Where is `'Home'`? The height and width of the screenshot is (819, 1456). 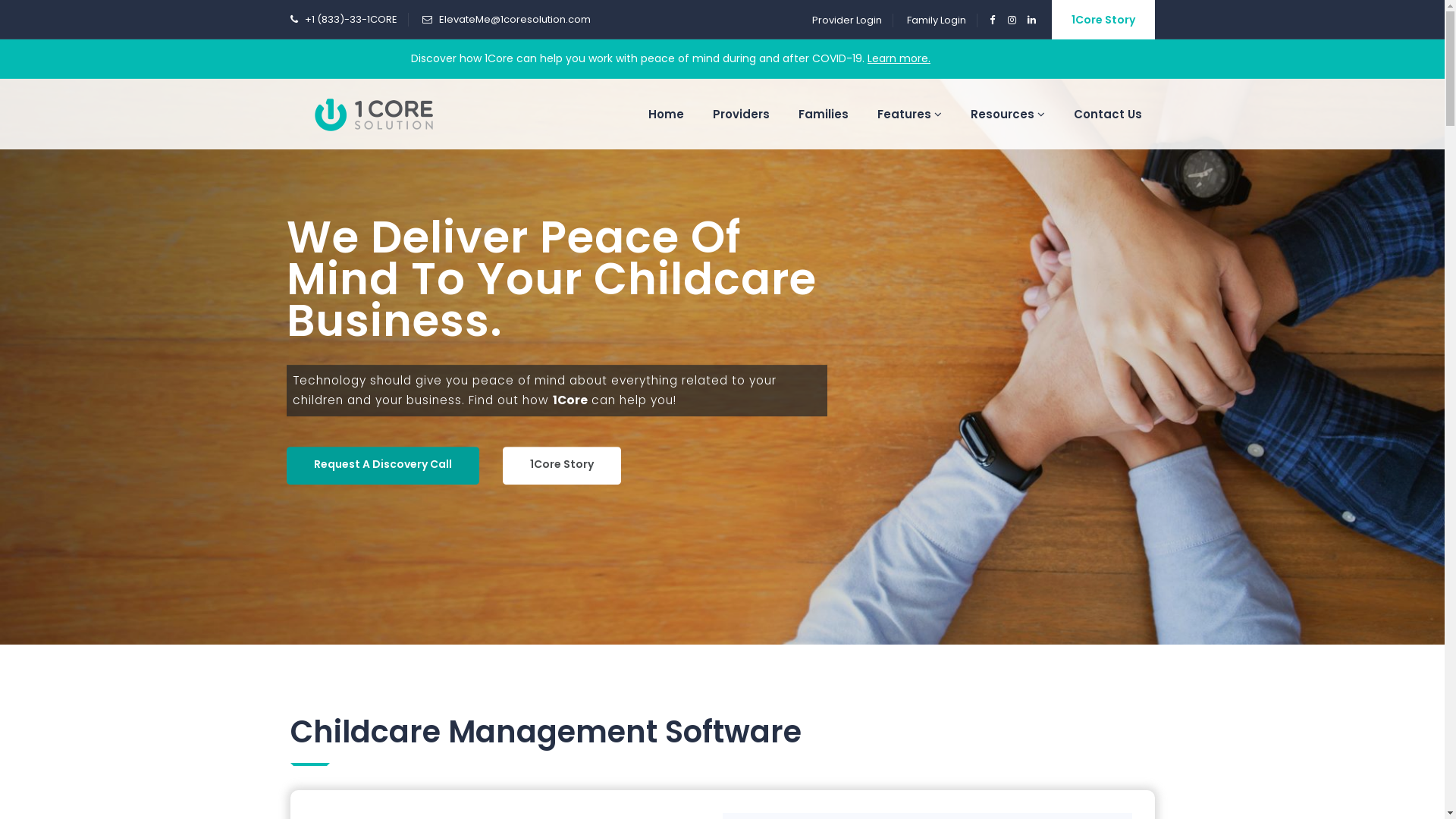 'Home' is located at coordinates (635, 113).